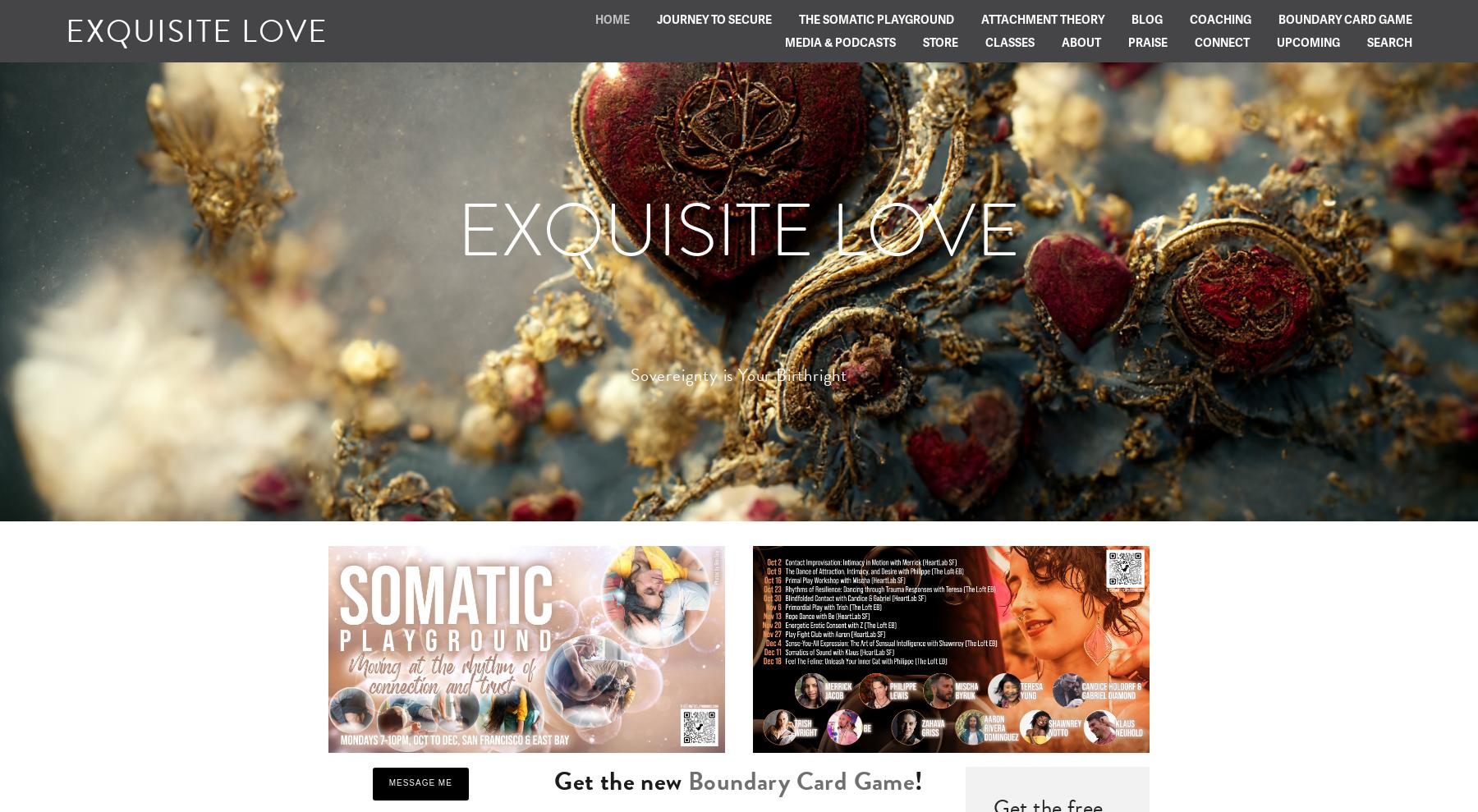 The height and width of the screenshot is (812, 1478). Describe the element at coordinates (1081, 42) in the screenshot. I see `'About'` at that location.